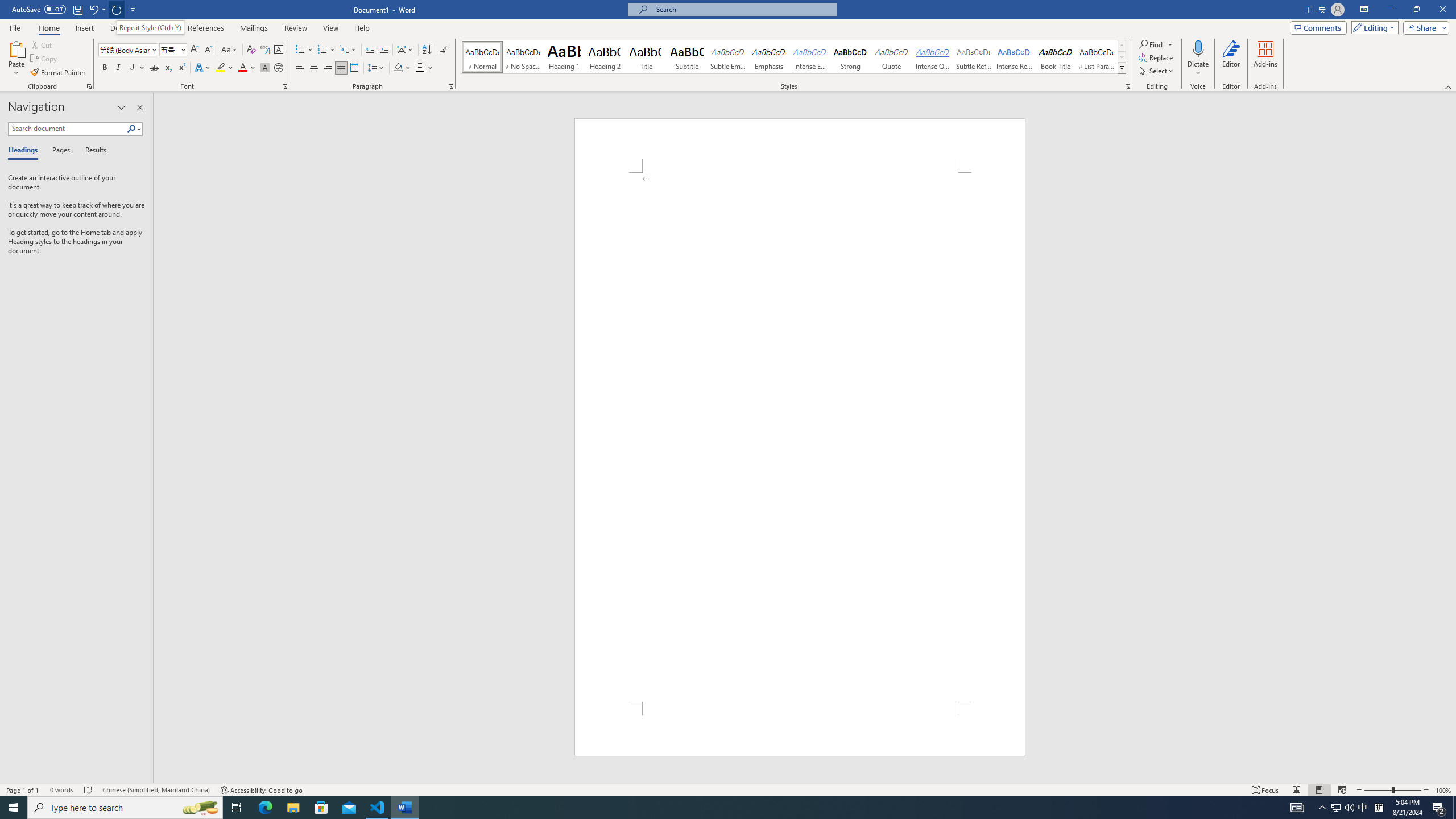  What do you see at coordinates (169, 49) in the screenshot?
I see `'Font Size'` at bounding box center [169, 49].